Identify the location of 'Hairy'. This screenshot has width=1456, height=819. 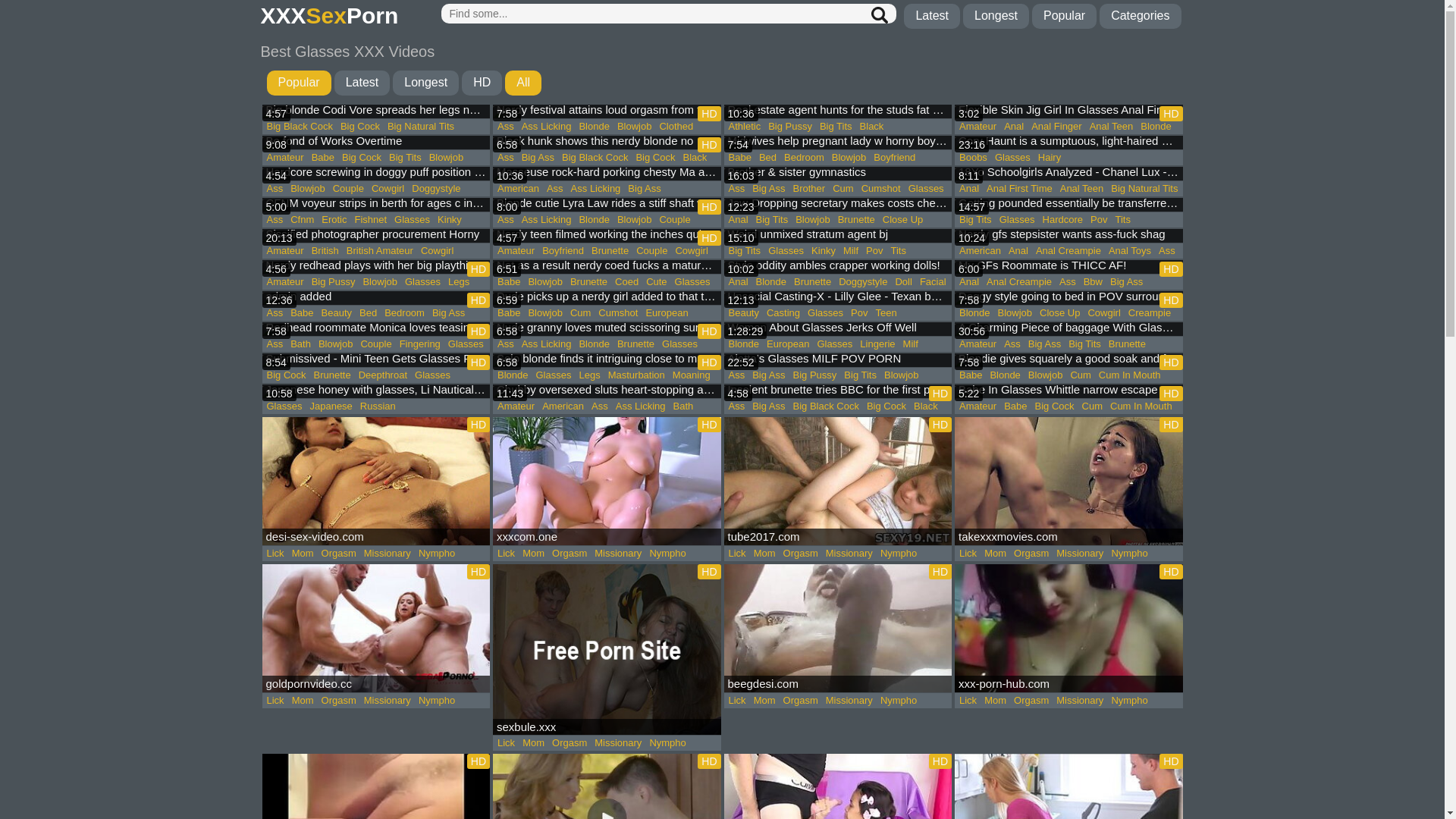
(1033, 158).